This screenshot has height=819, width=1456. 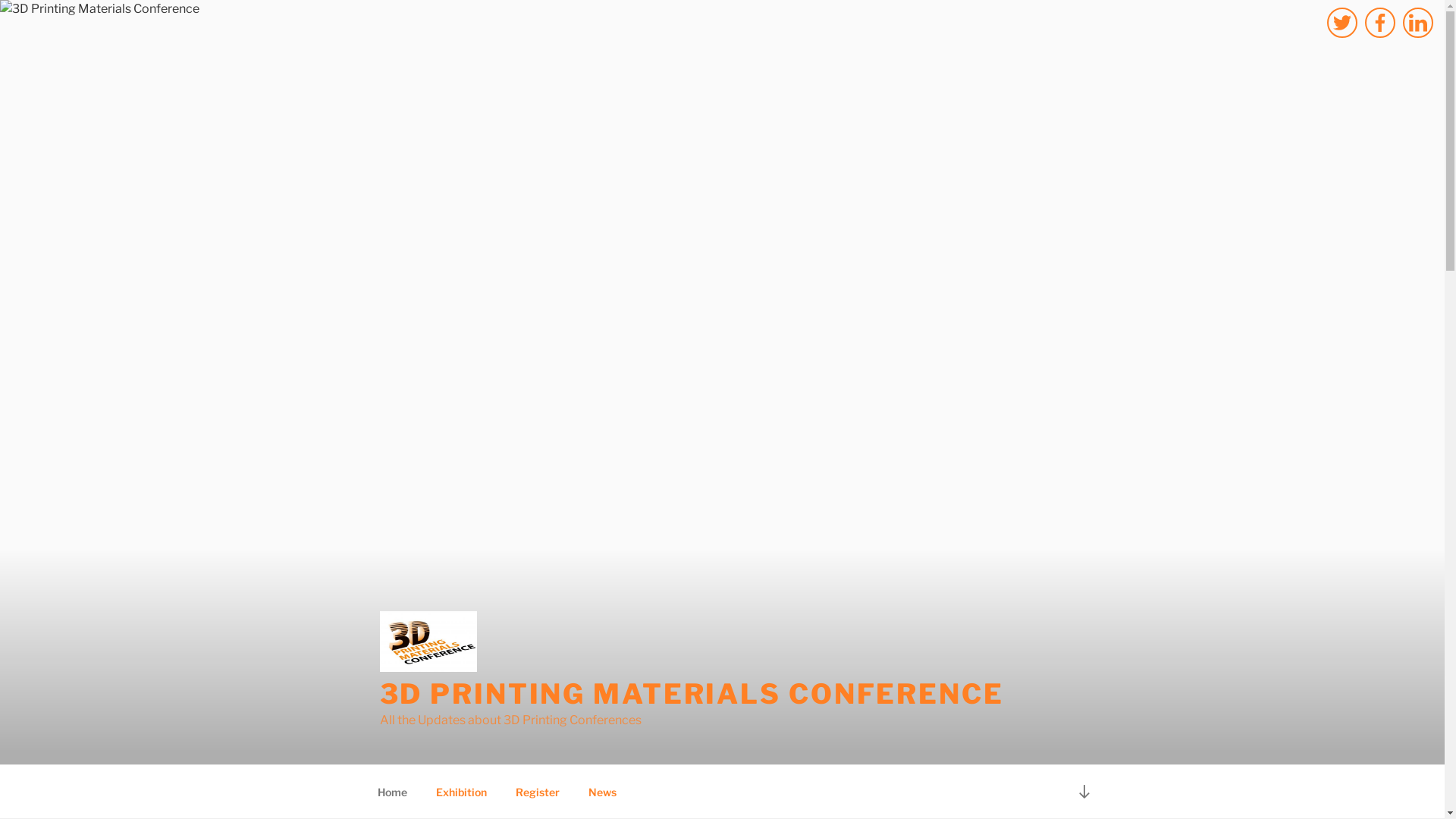 I want to click on 'News', so click(x=601, y=791).